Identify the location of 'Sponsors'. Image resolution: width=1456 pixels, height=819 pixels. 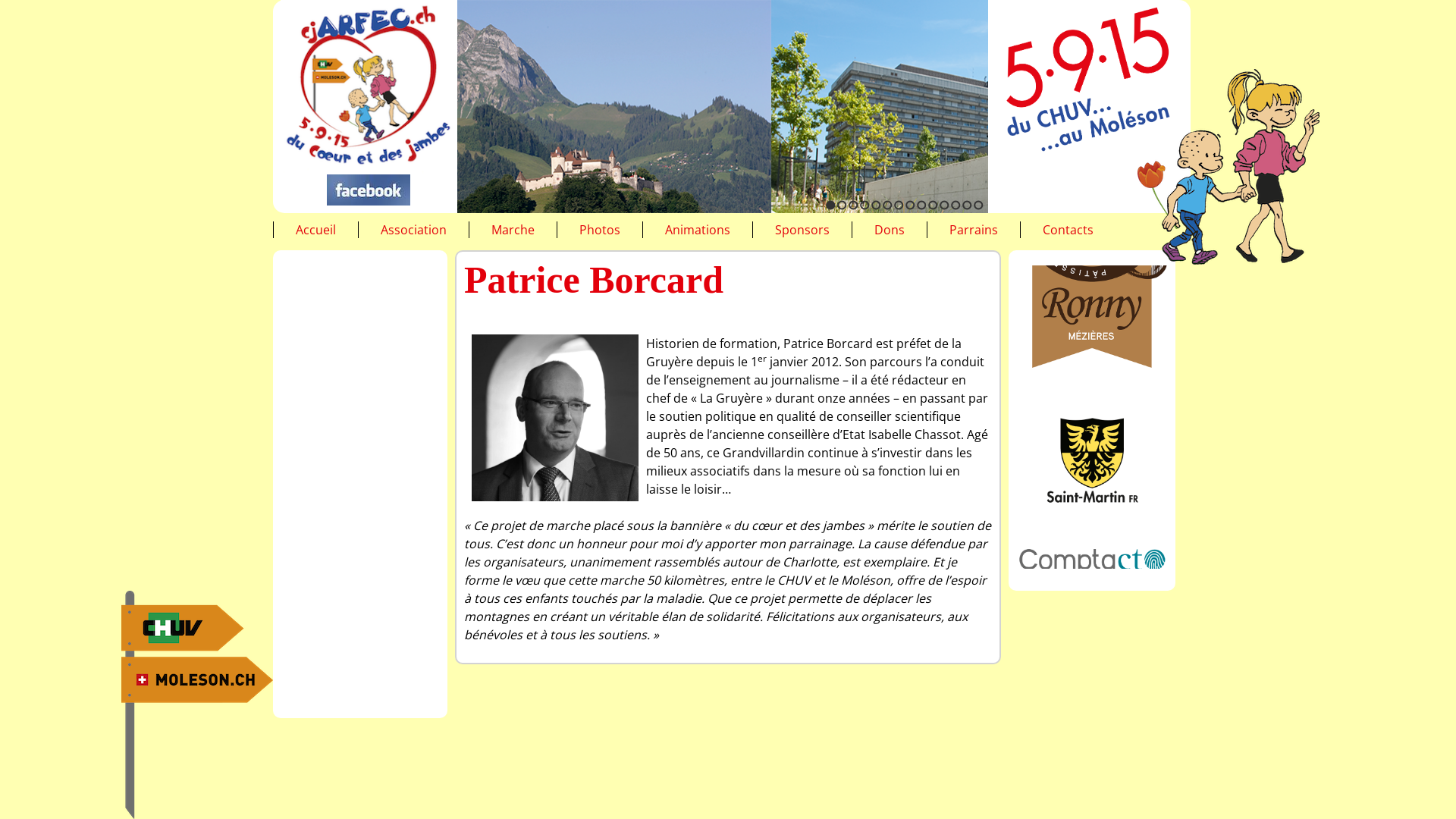
(801, 230).